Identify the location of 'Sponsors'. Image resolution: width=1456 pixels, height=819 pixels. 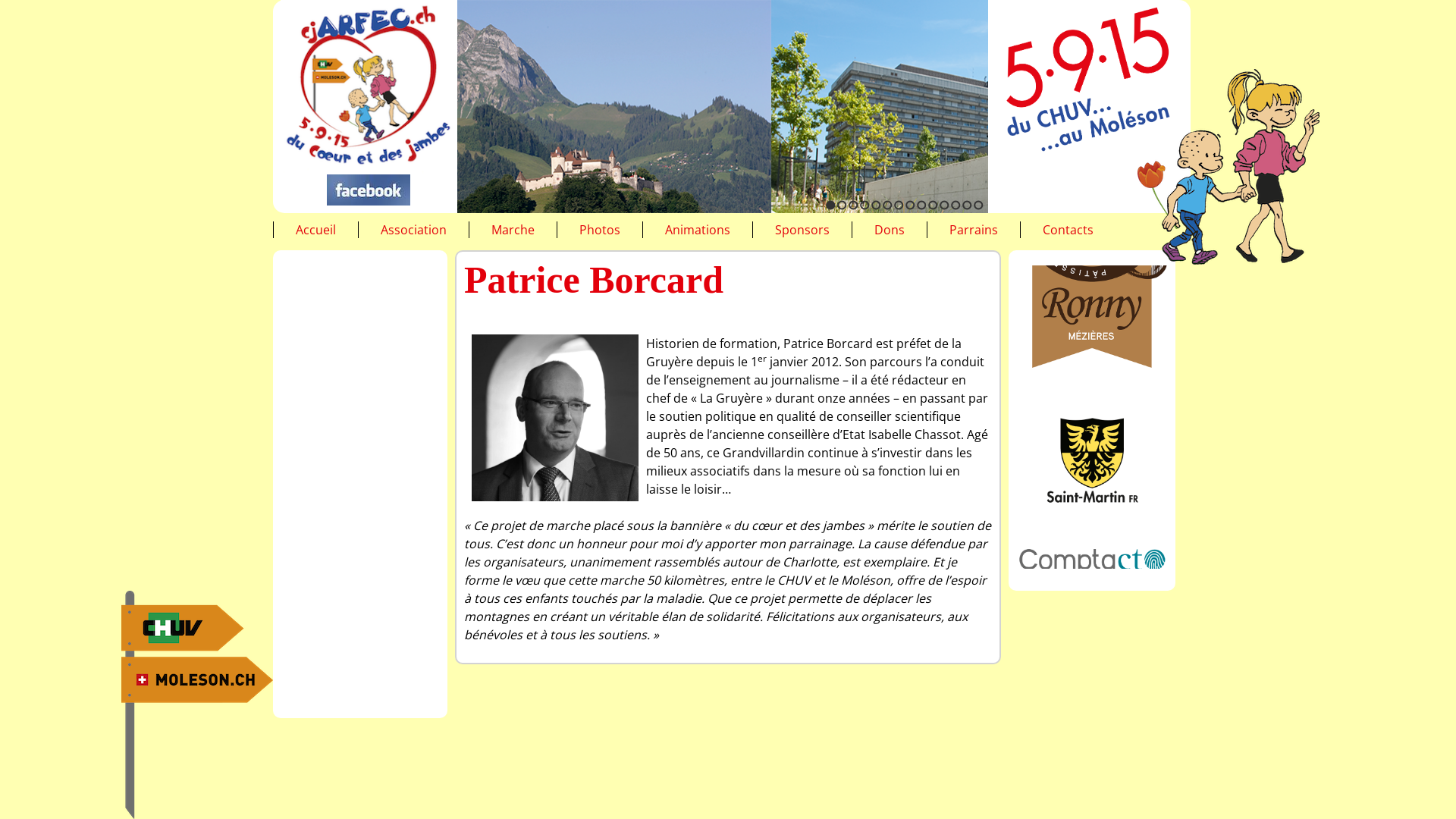
(801, 230).